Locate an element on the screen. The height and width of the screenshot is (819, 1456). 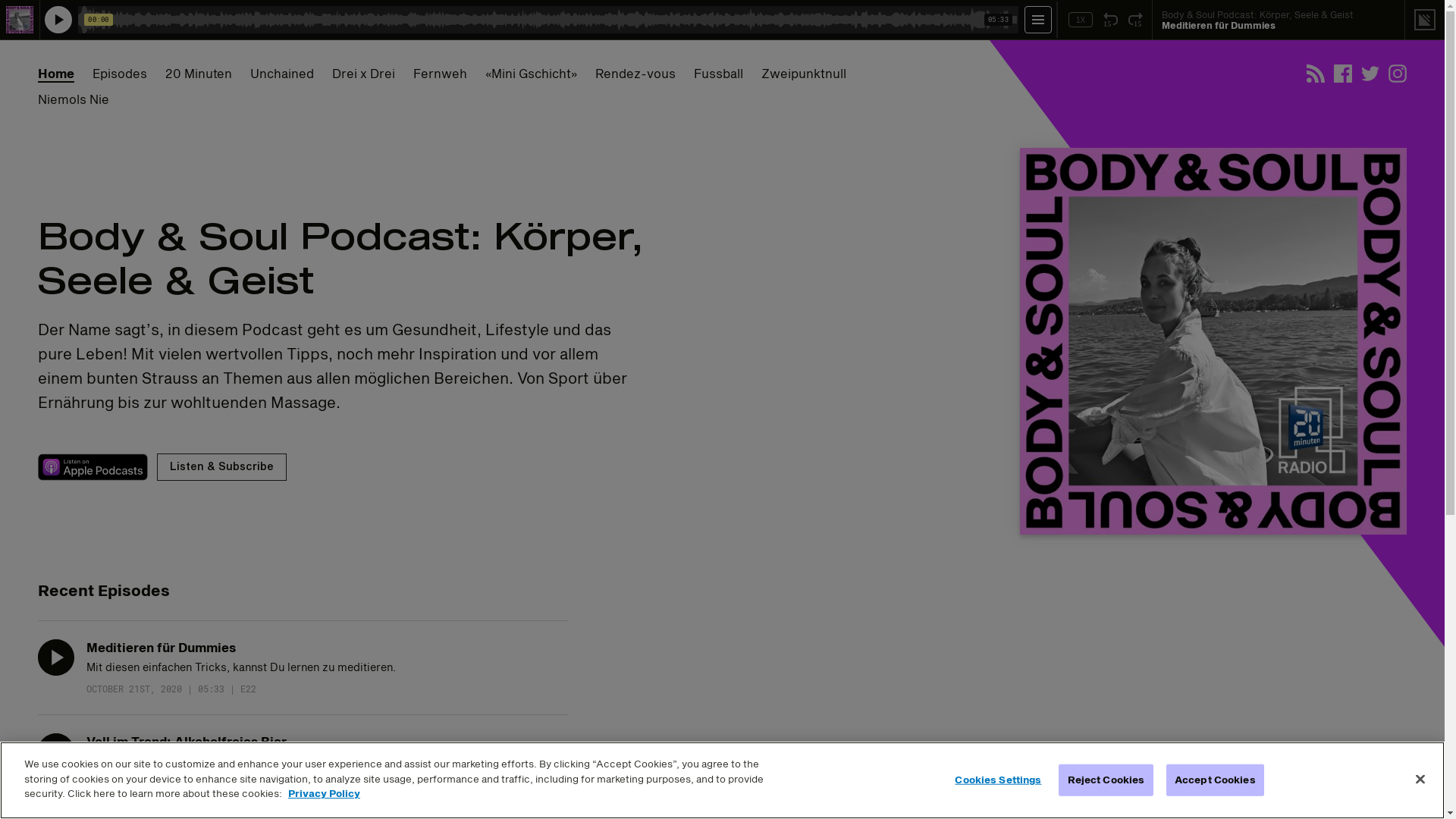
'Listen & Subscribe' is located at coordinates (221, 466).